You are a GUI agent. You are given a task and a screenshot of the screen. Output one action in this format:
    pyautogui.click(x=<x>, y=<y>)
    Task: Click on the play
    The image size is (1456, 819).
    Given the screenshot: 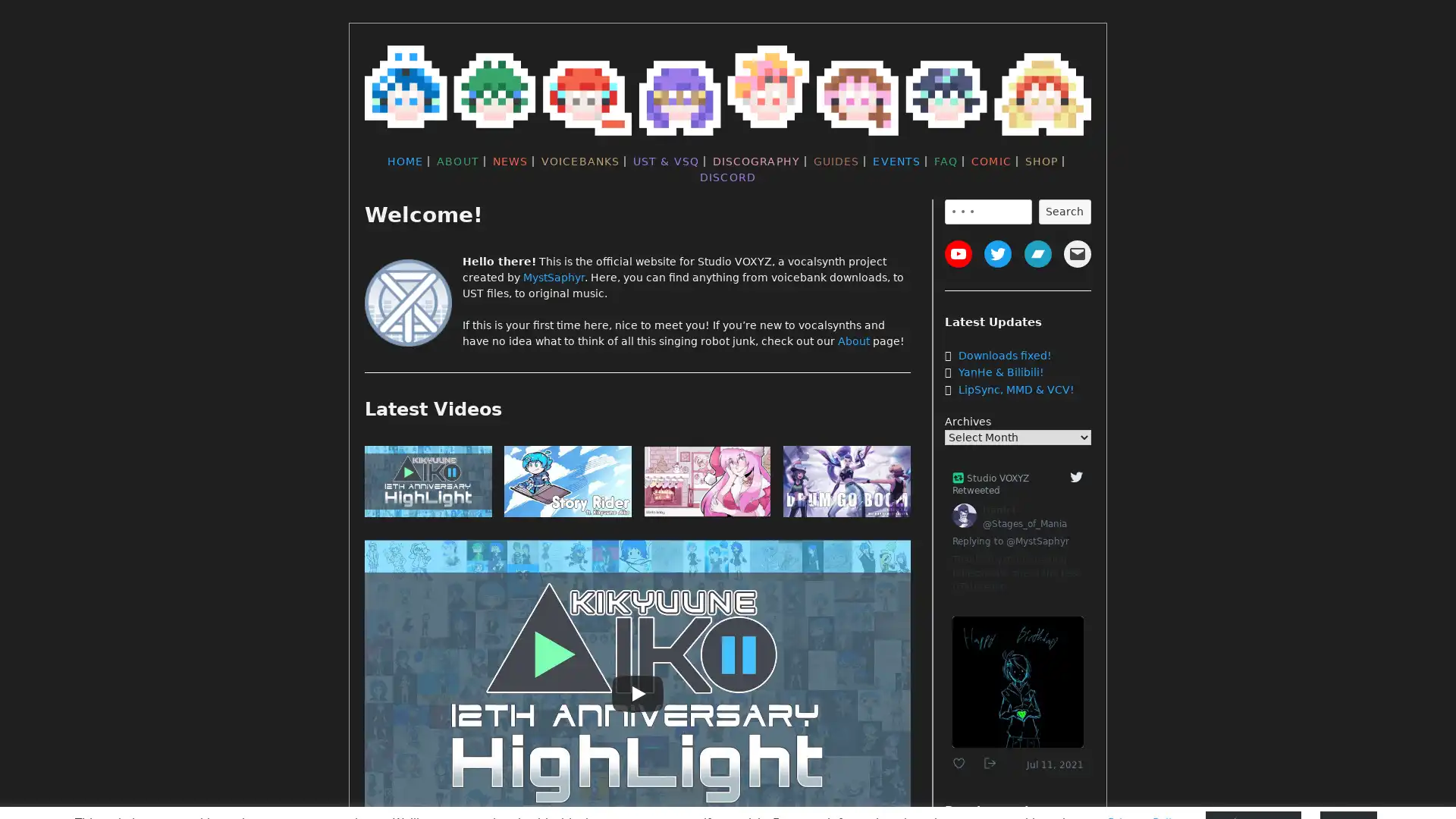 What is the action you would take?
    pyautogui.click(x=428, y=485)
    